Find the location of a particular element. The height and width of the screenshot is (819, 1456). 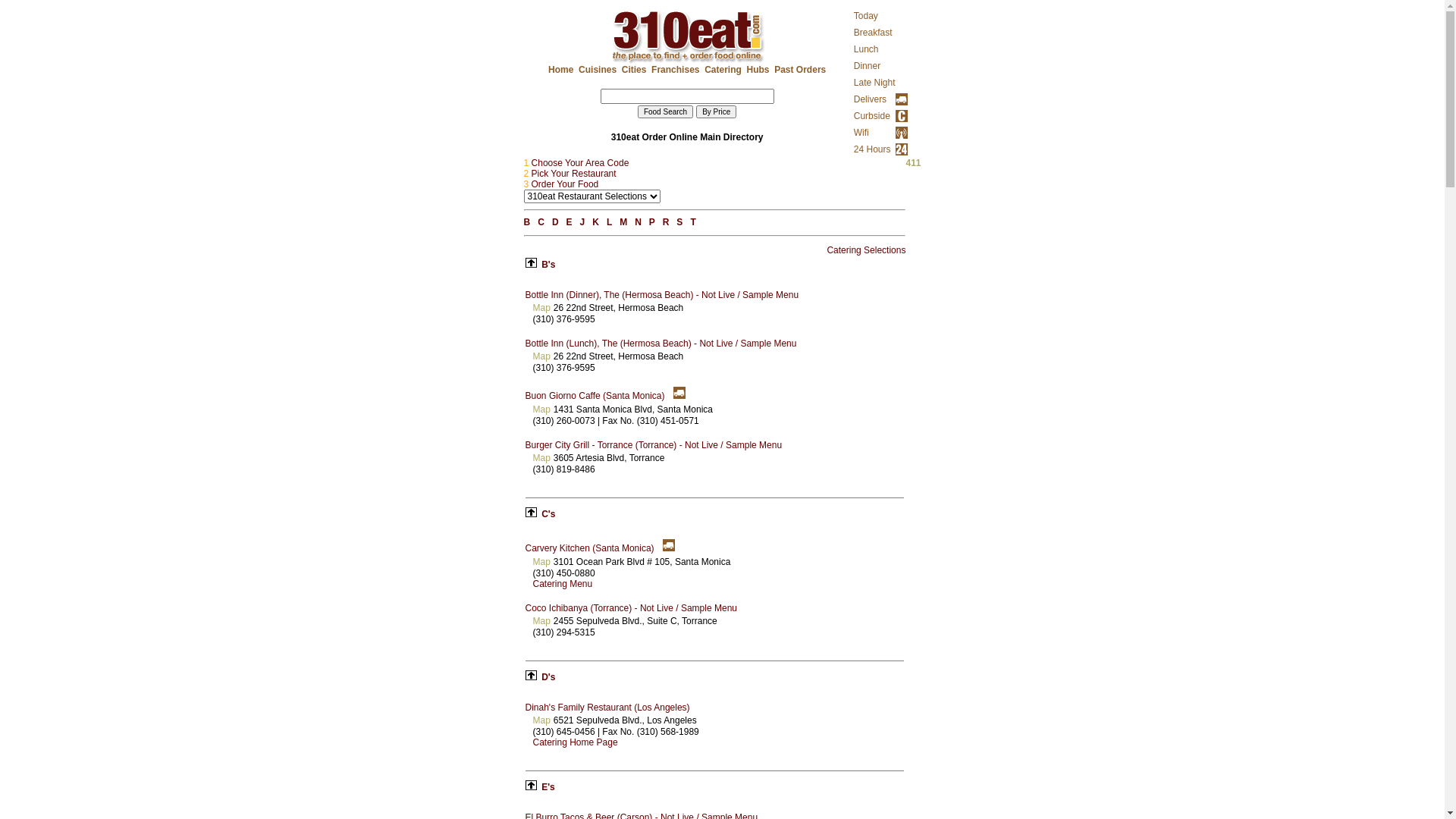

'Cuisines' is located at coordinates (596, 70).